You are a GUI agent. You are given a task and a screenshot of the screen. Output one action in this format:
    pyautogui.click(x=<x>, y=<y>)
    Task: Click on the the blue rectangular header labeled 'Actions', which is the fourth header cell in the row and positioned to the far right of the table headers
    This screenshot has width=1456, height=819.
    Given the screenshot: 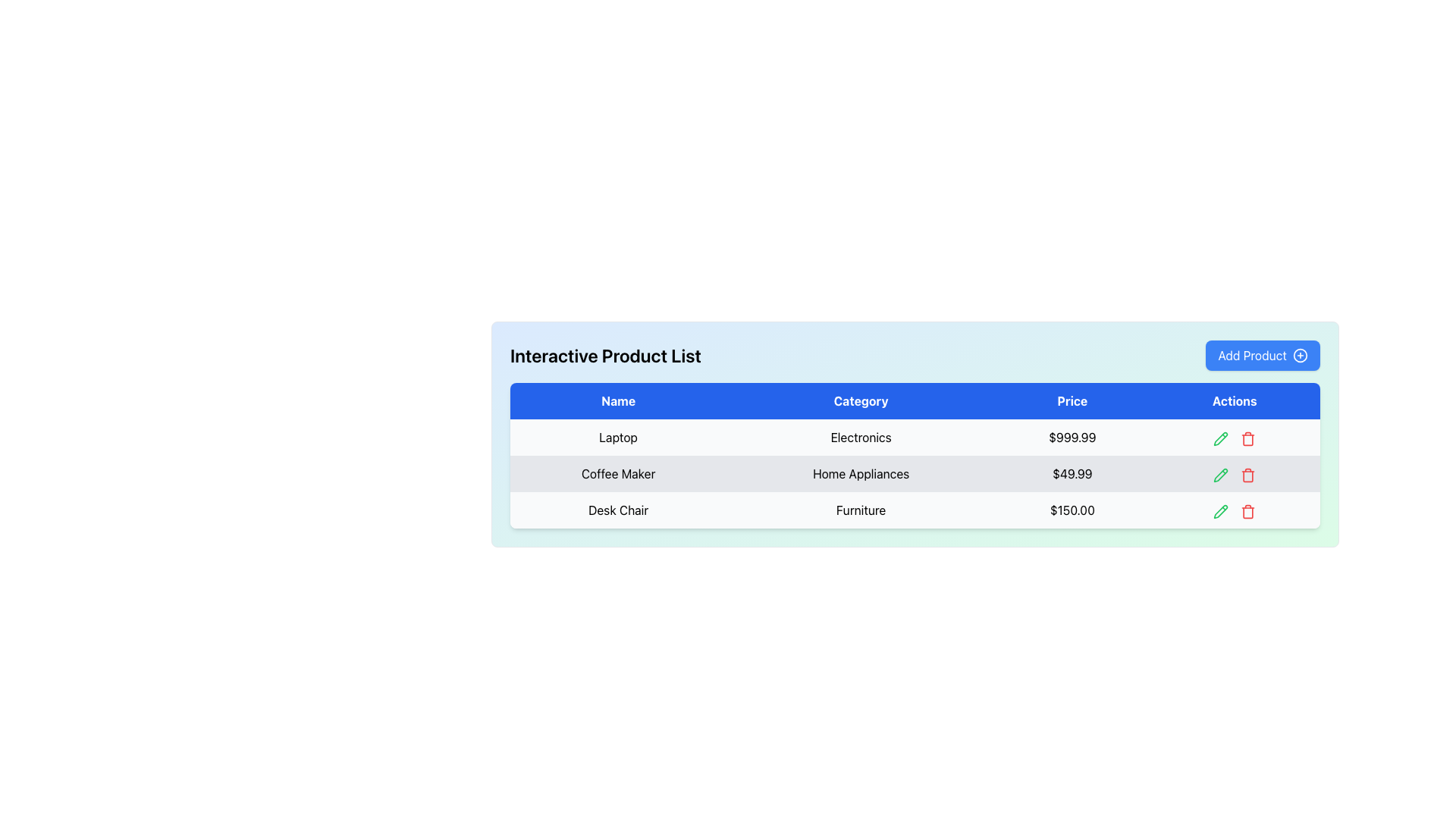 What is the action you would take?
    pyautogui.click(x=1235, y=400)
    